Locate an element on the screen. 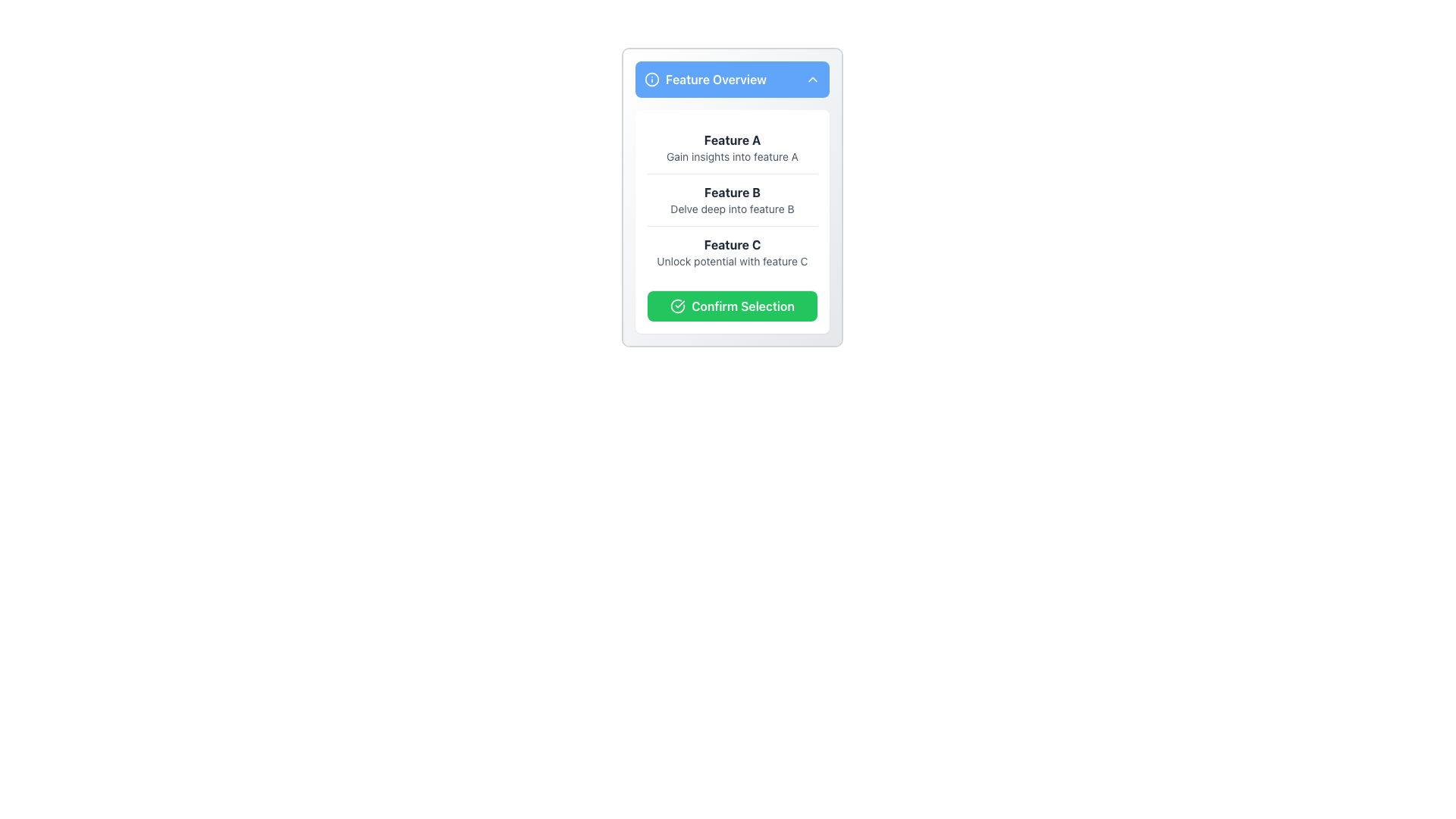 Image resolution: width=1456 pixels, height=819 pixels. the circular SVG graphical element with a thin stroke located in the upper left corner of the header section labeled 'Feature Overview' is located at coordinates (651, 79).